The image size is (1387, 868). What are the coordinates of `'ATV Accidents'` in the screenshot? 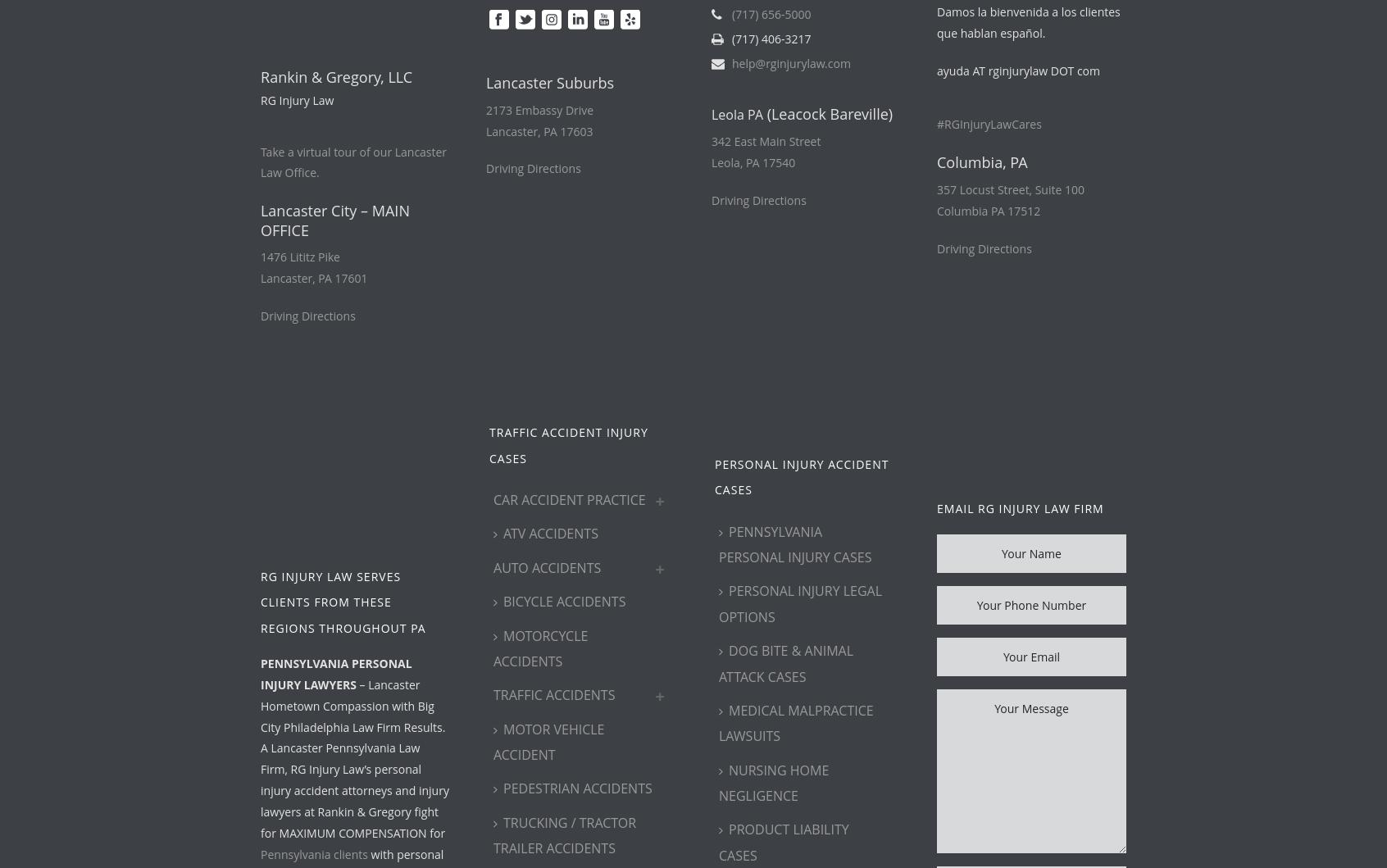 It's located at (550, 533).